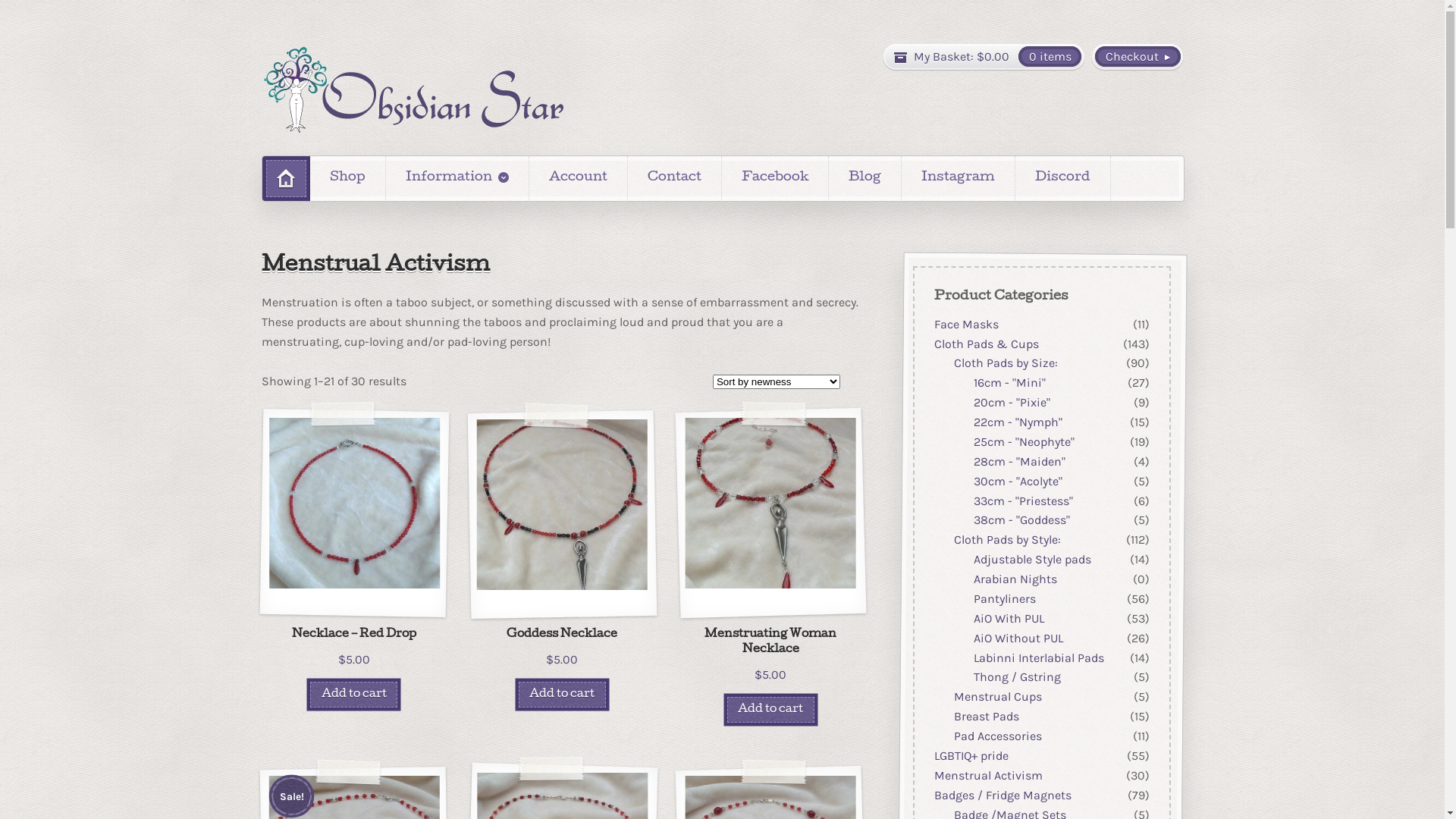 The height and width of the screenshot is (819, 1456). What do you see at coordinates (1005, 363) in the screenshot?
I see `'Cloth Pads by Size:'` at bounding box center [1005, 363].